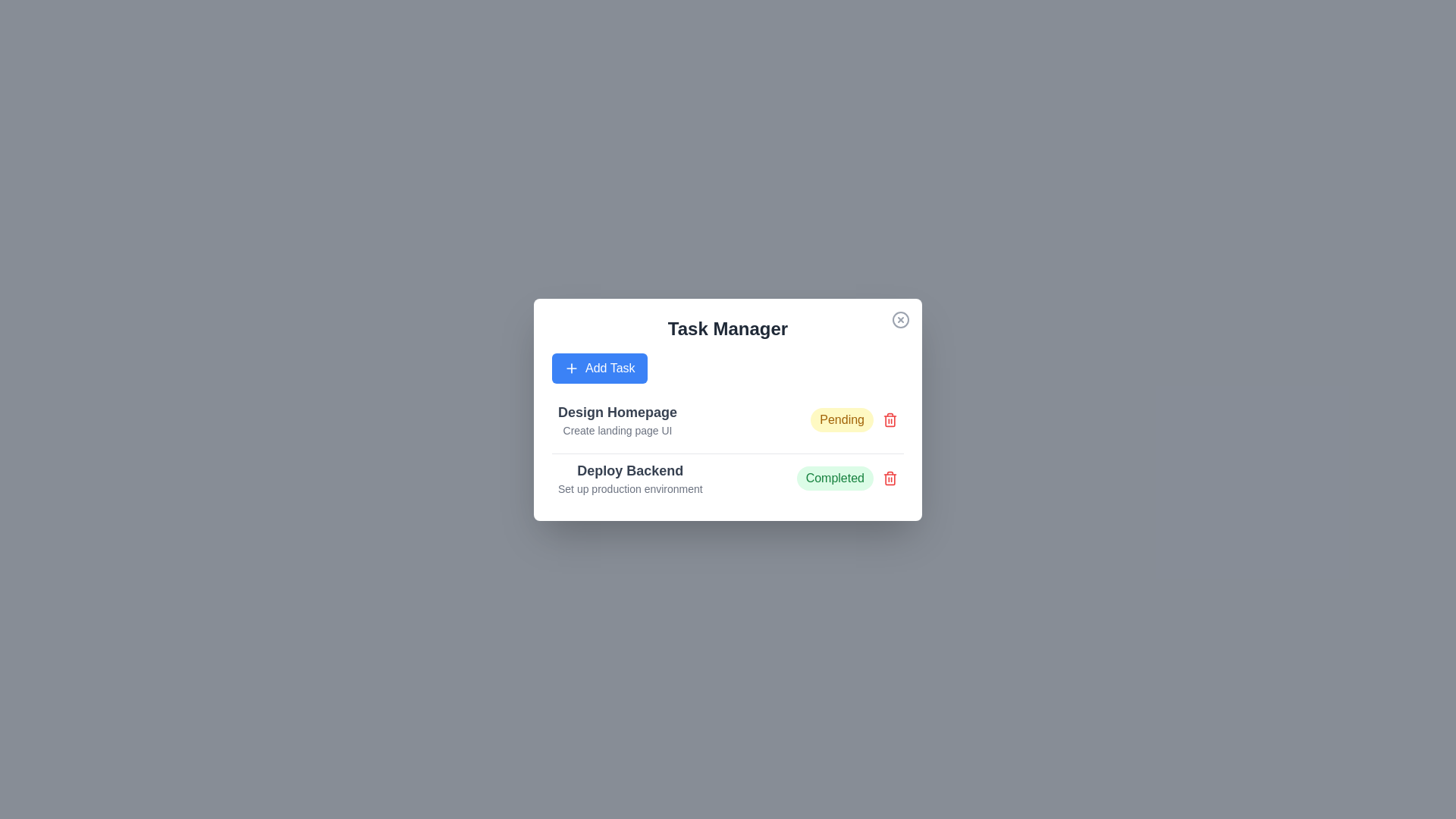 Image resolution: width=1456 pixels, height=819 pixels. Describe the element at coordinates (846, 478) in the screenshot. I see `the Status indicator tag that shows the completion of the 'Deploy Backend' task, located in the 'Task Manager' card layout` at that location.